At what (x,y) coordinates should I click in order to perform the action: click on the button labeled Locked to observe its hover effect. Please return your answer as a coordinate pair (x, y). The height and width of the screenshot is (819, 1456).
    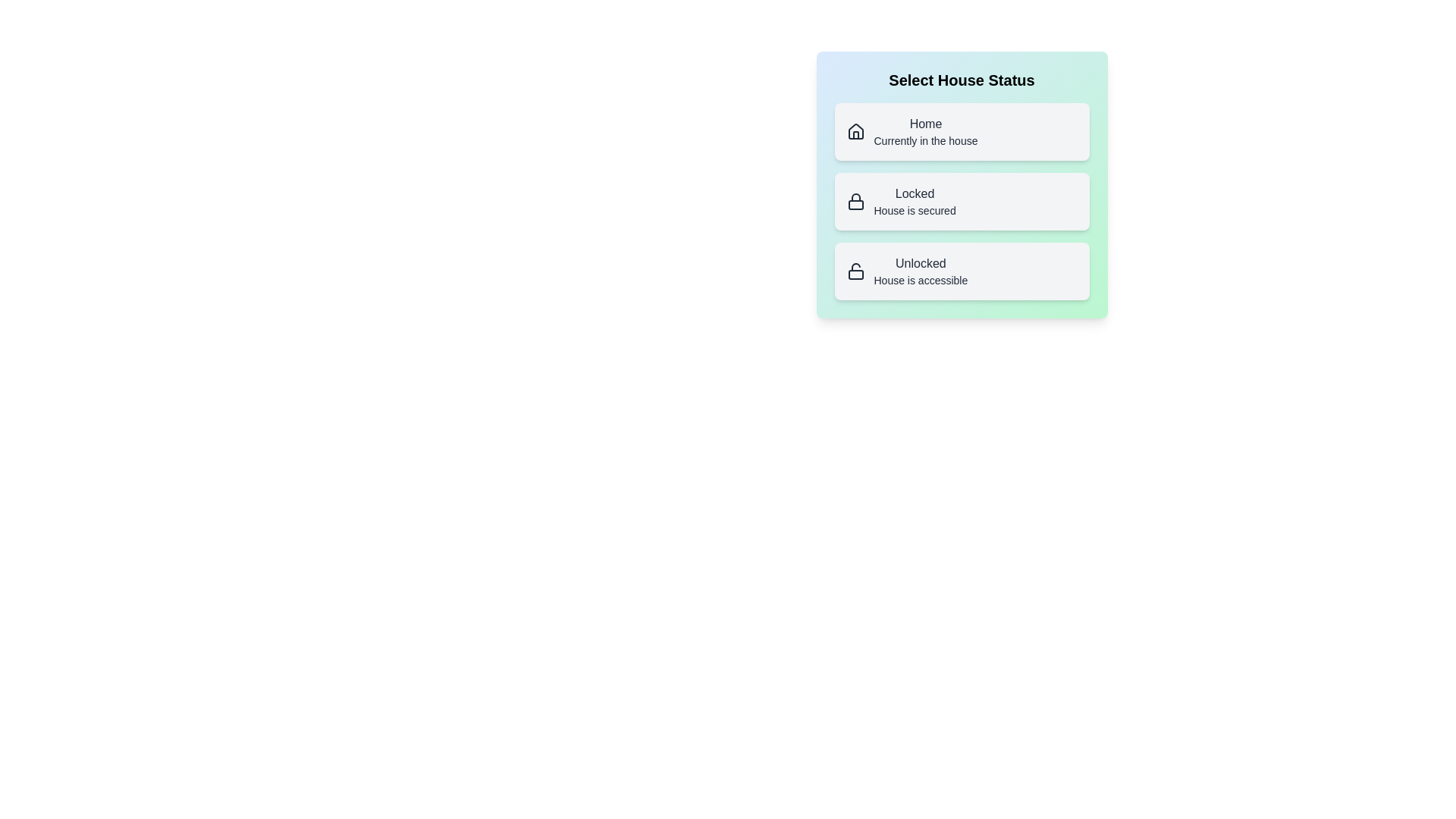
    Looking at the image, I should click on (961, 201).